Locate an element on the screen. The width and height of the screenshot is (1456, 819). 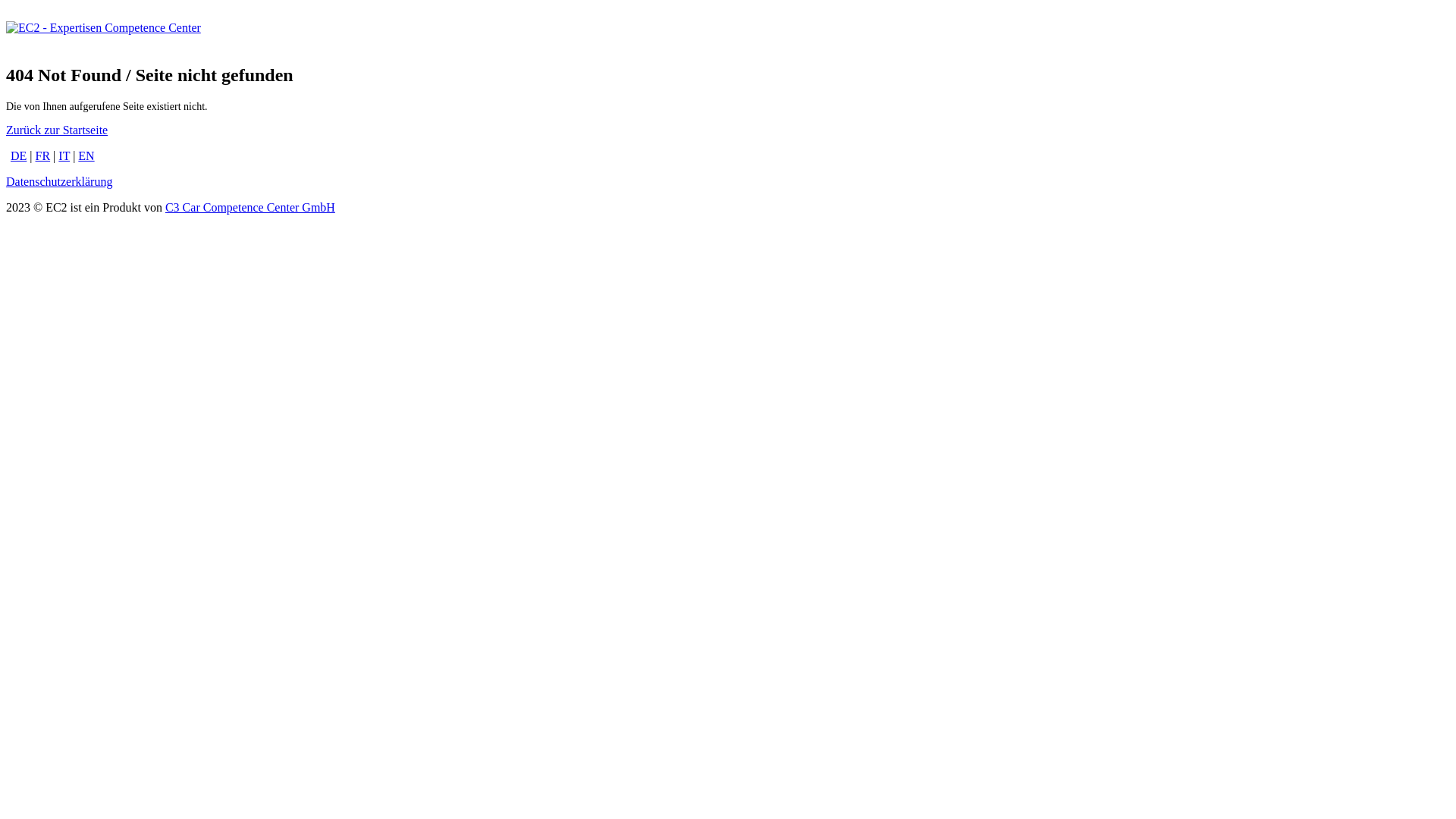
'FR' is located at coordinates (43, 155).